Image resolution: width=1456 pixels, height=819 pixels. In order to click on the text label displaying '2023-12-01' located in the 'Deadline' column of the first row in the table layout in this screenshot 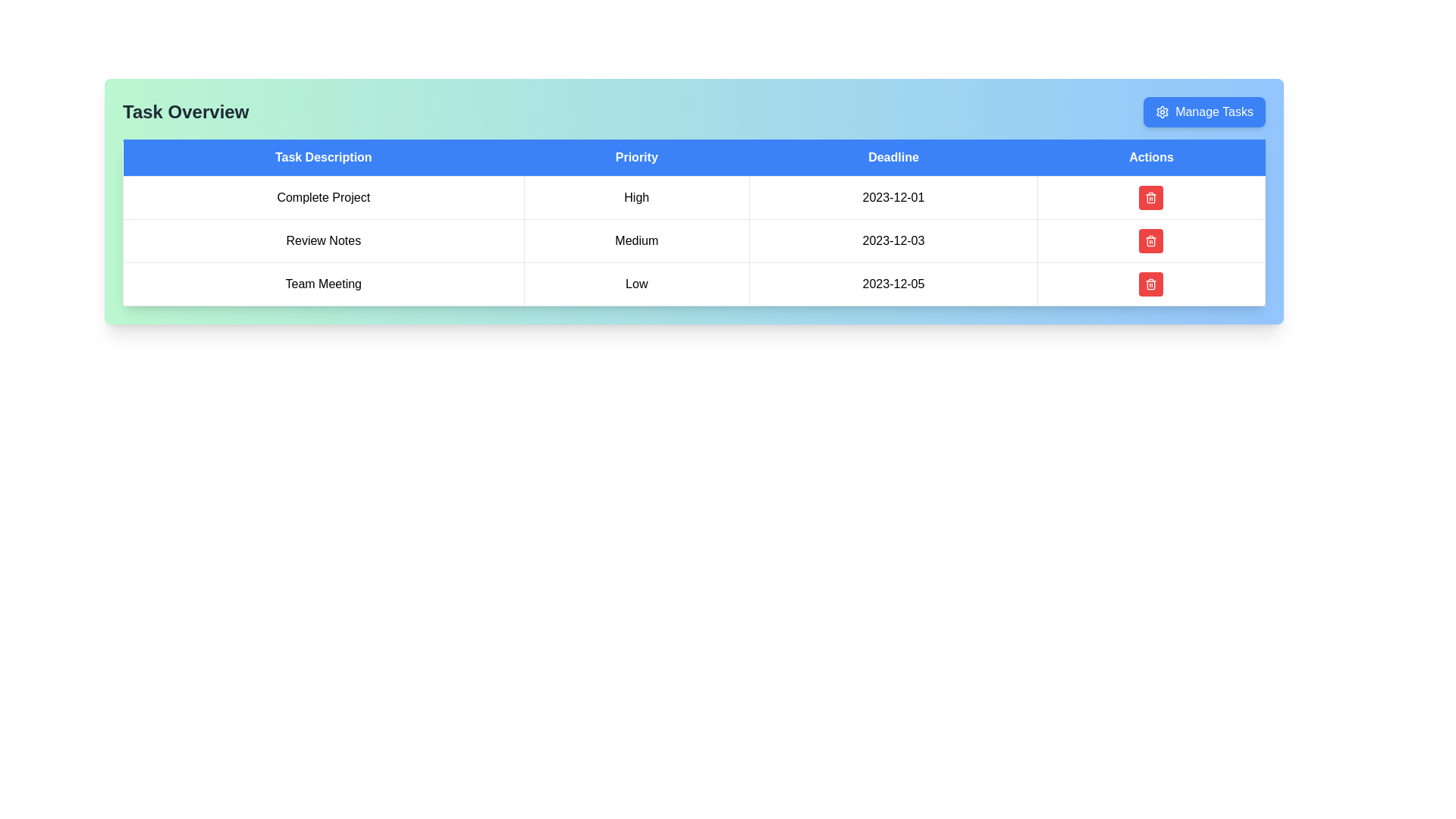, I will do `click(893, 197)`.